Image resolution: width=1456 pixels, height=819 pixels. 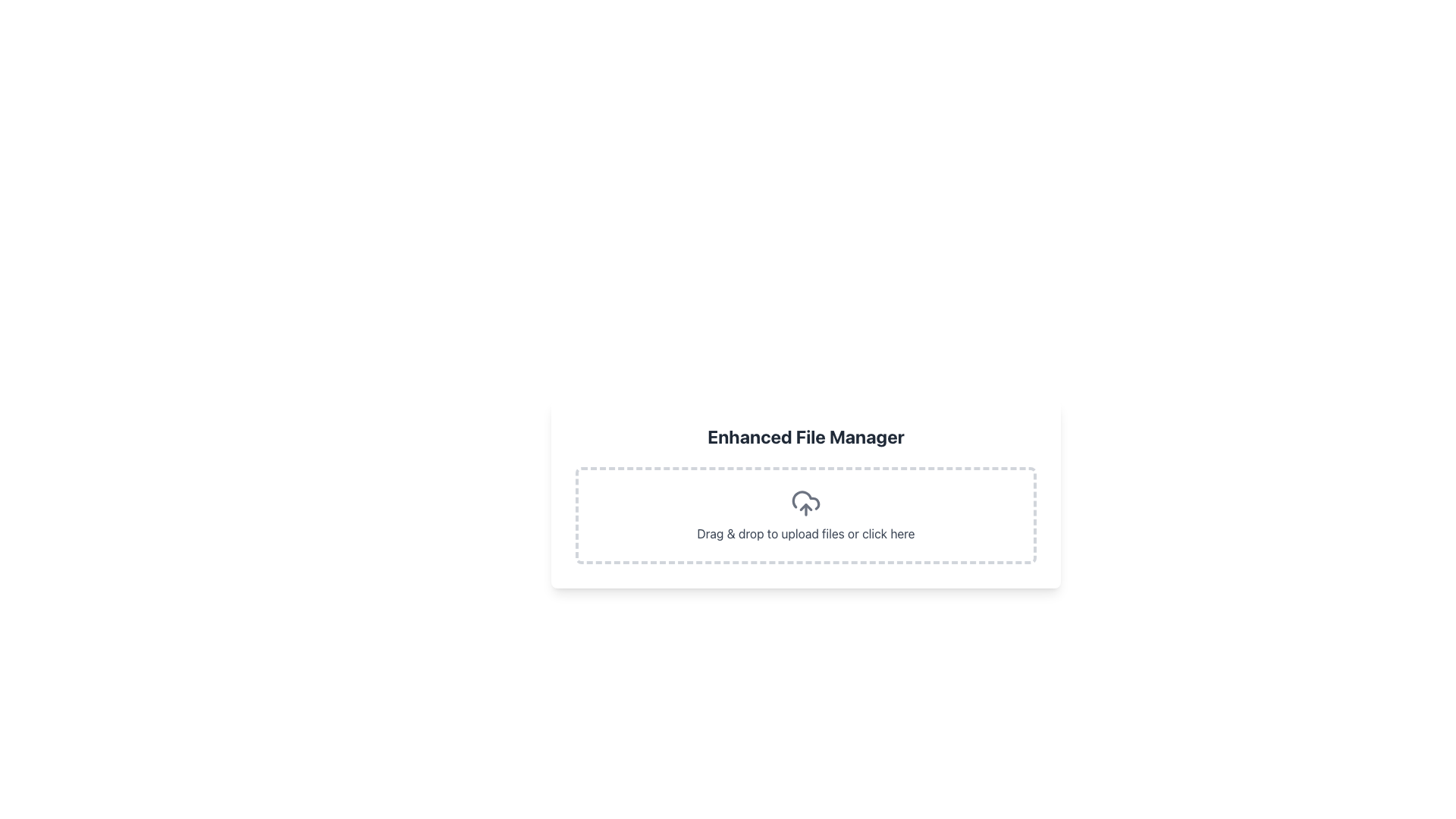 What do you see at coordinates (805, 494) in the screenshot?
I see `files onto the File Upload Area, which is a rectangular space with a white background, featuring the text 'Enhanced File Manager' and instructions for uploading files` at bounding box center [805, 494].